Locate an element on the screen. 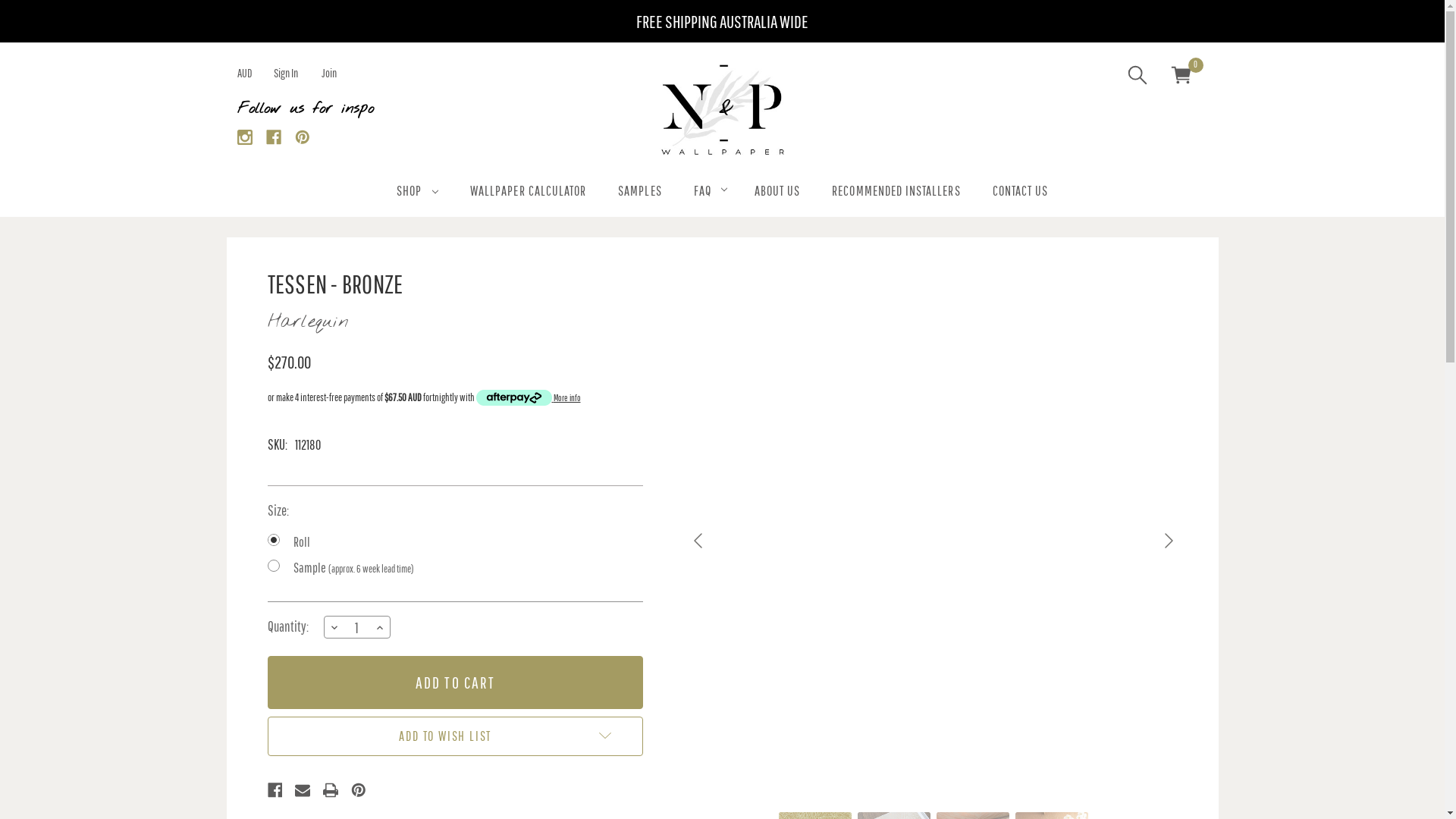 The width and height of the screenshot is (1456, 819). 'ABOUT US' is located at coordinates (739, 192).